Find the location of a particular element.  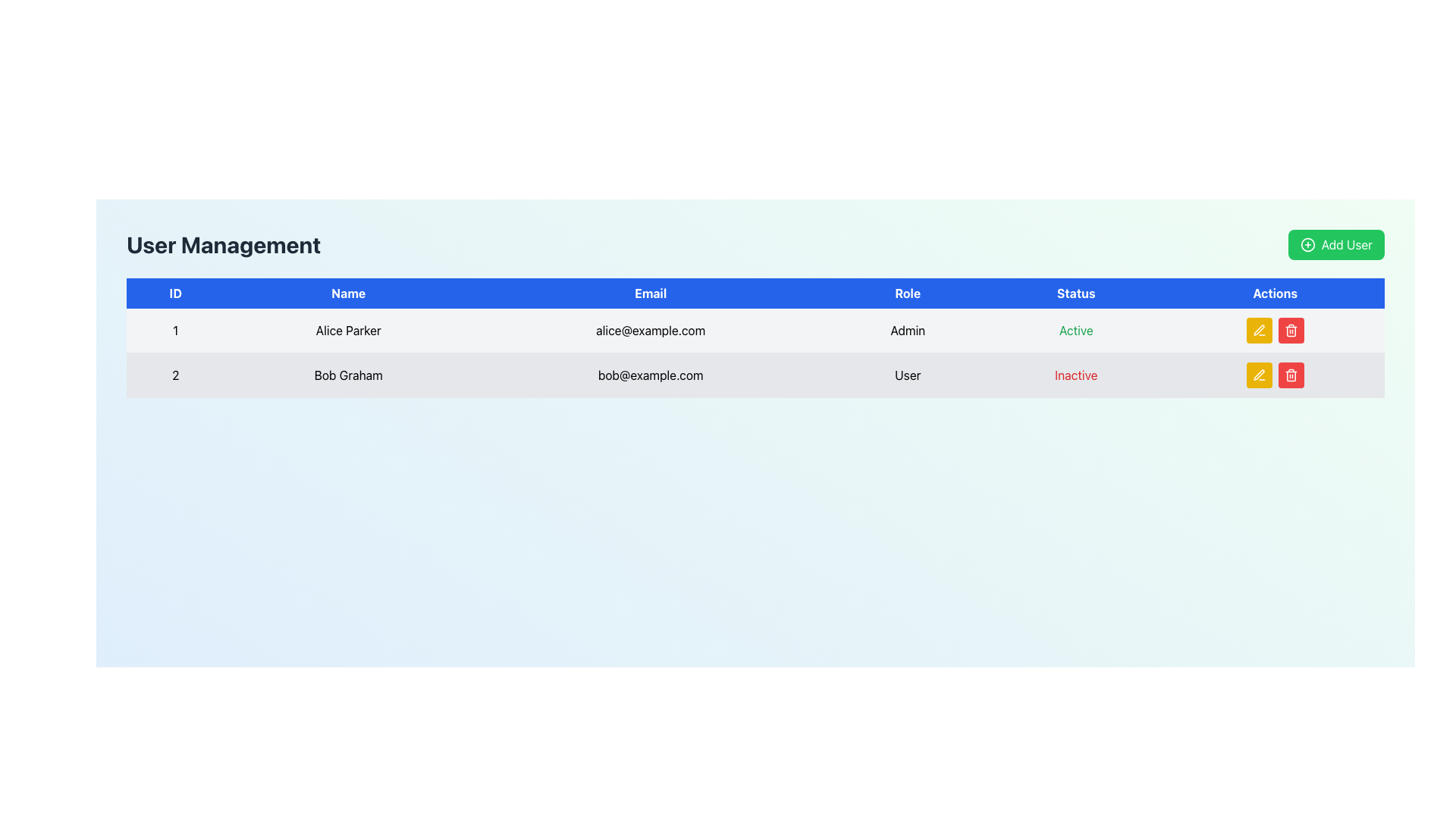

the 'Status' label, which is displayed in bold, white text on a blue background, located in the header row of a table between 'Role' and 'Actions' is located at coordinates (1075, 293).